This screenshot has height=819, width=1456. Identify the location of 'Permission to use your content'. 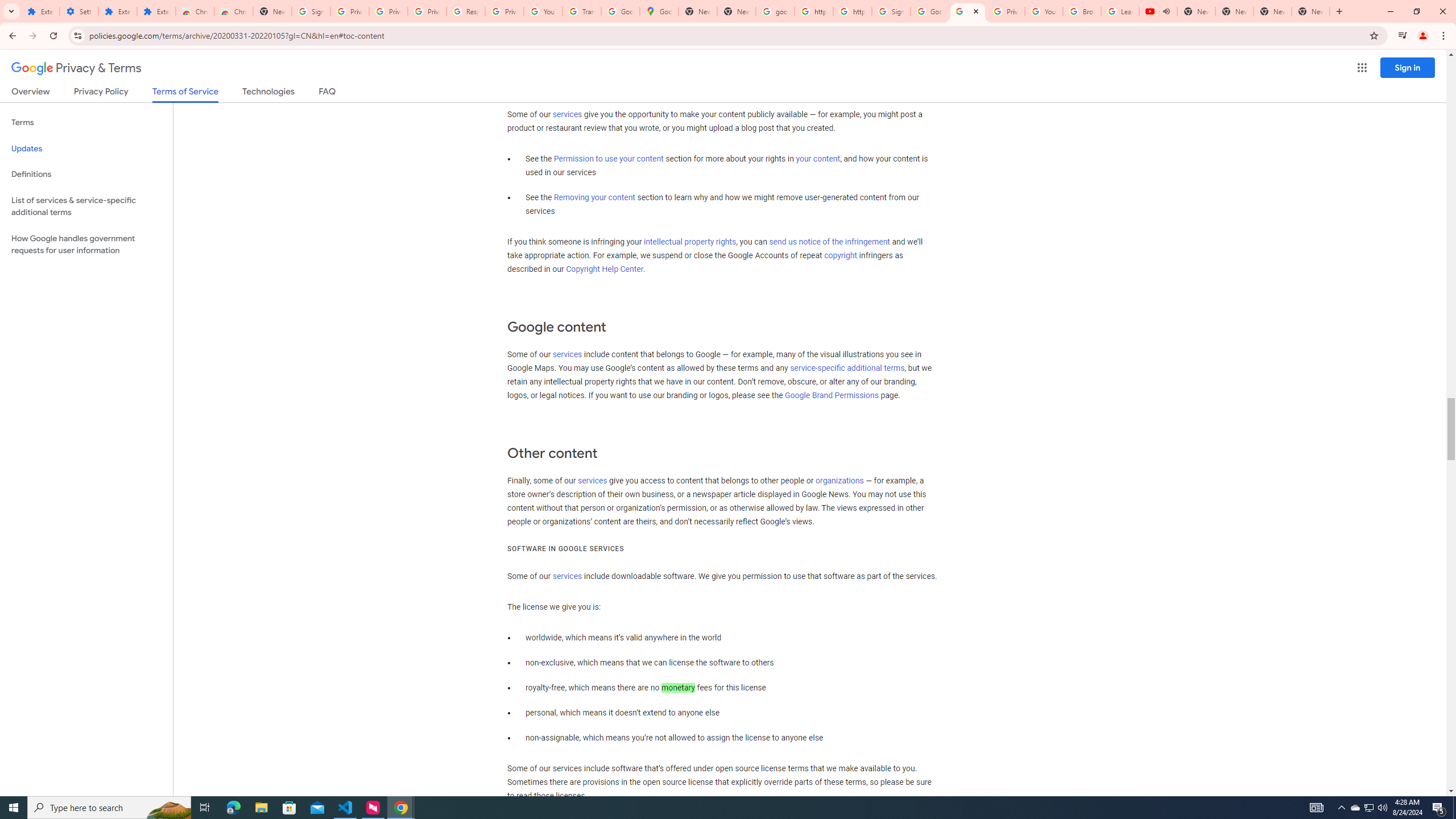
(608, 159).